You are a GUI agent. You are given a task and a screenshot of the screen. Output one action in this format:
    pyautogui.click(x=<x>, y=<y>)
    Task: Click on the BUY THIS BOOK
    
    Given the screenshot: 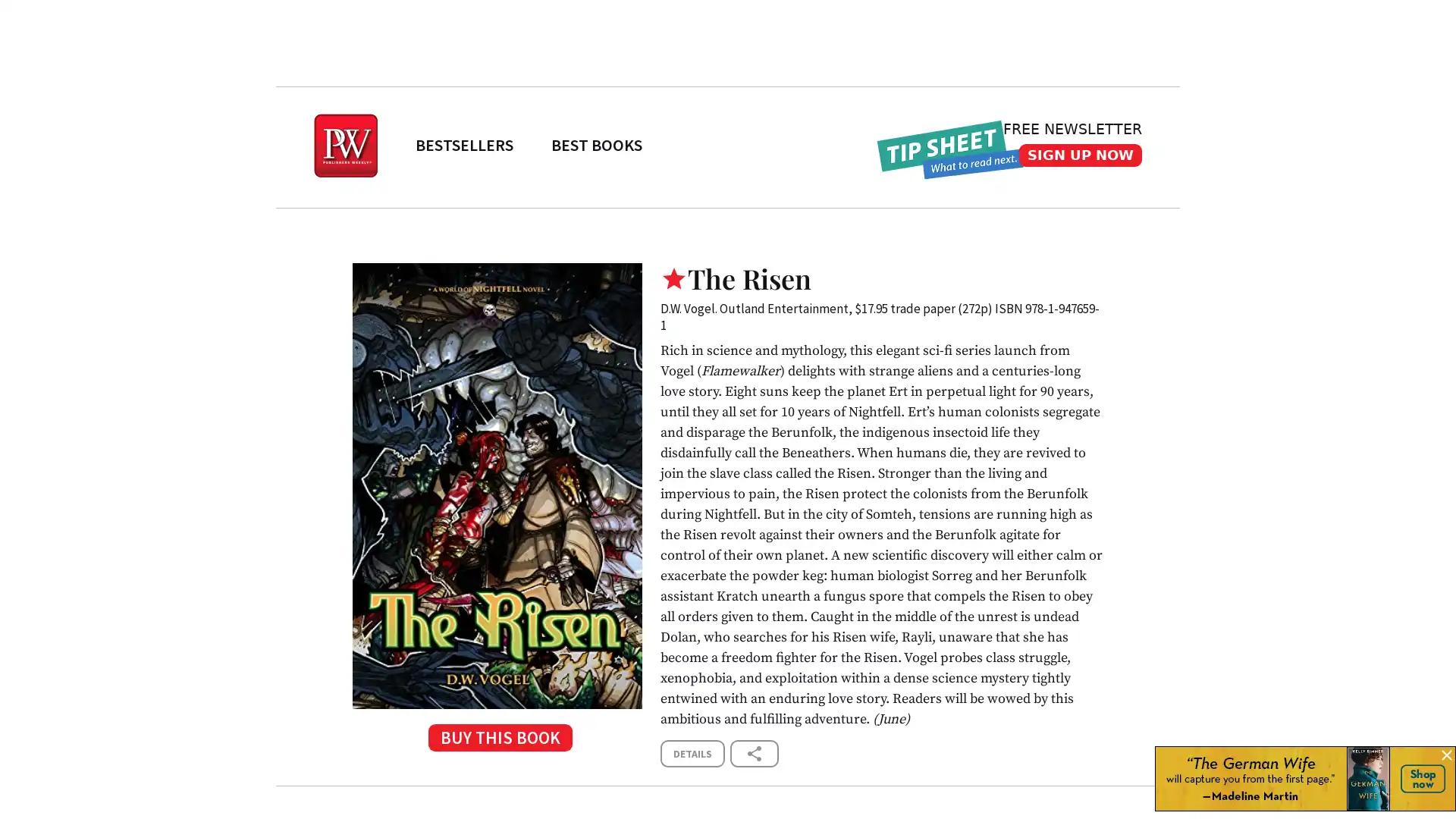 What is the action you would take?
    pyautogui.click(x=497, y=742)
    